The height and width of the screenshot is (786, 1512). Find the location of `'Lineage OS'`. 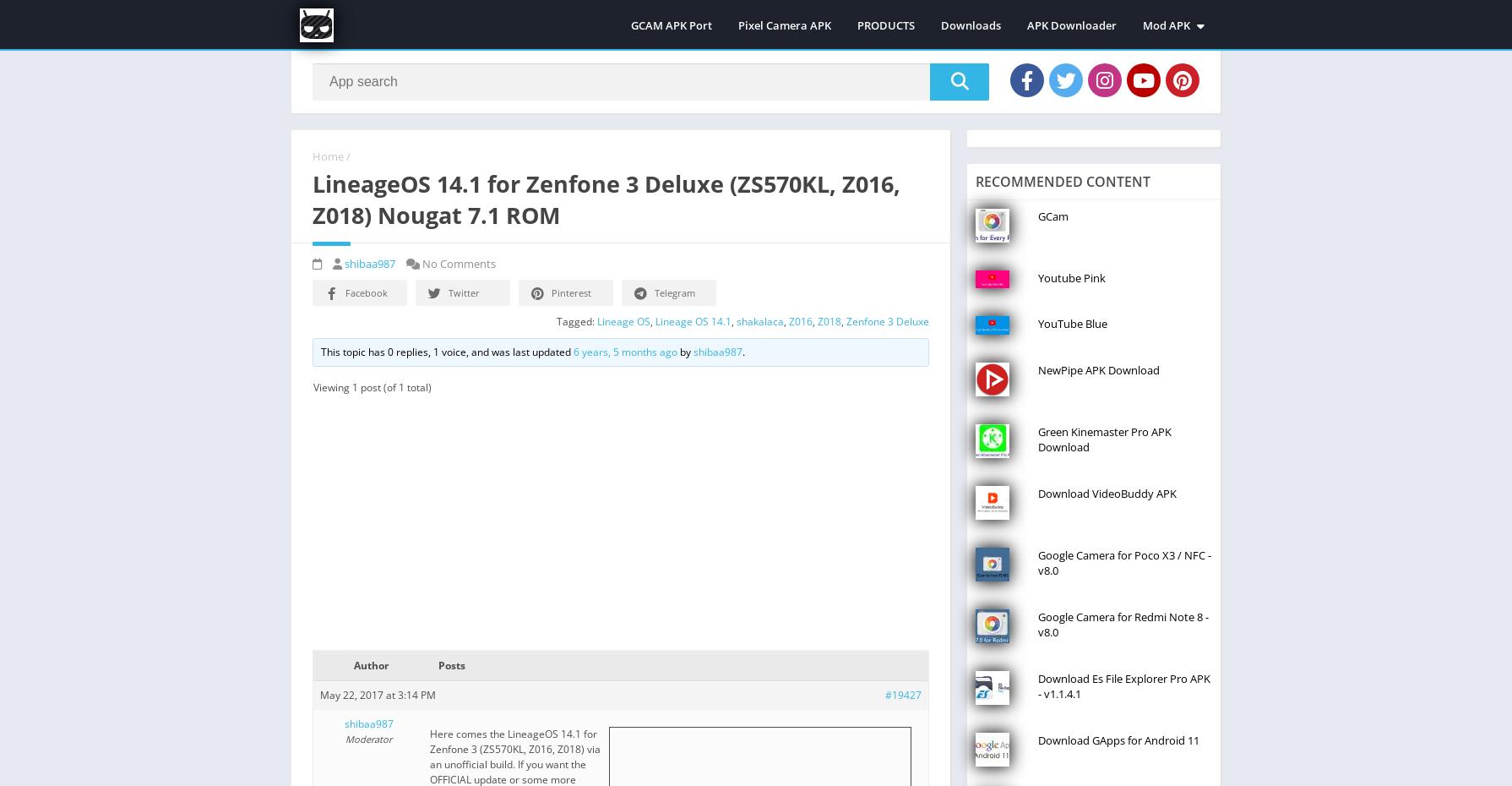

'Lineage OS' is located at coordinates (623, 319).